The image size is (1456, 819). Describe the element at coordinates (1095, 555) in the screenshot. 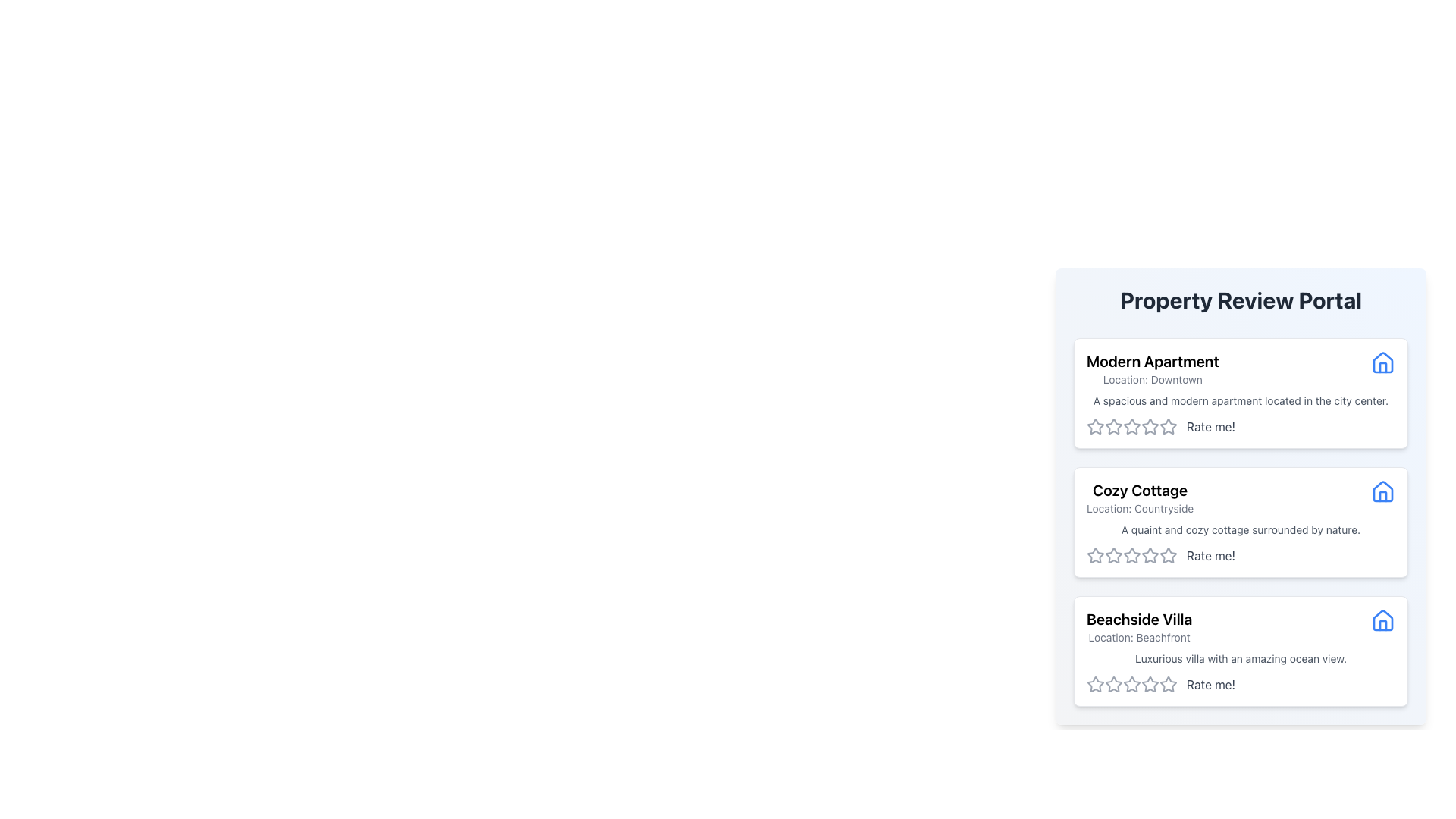

I see `the first star-shaped icon in the rating system for the 'Cozy Cottage' property card` at that location.